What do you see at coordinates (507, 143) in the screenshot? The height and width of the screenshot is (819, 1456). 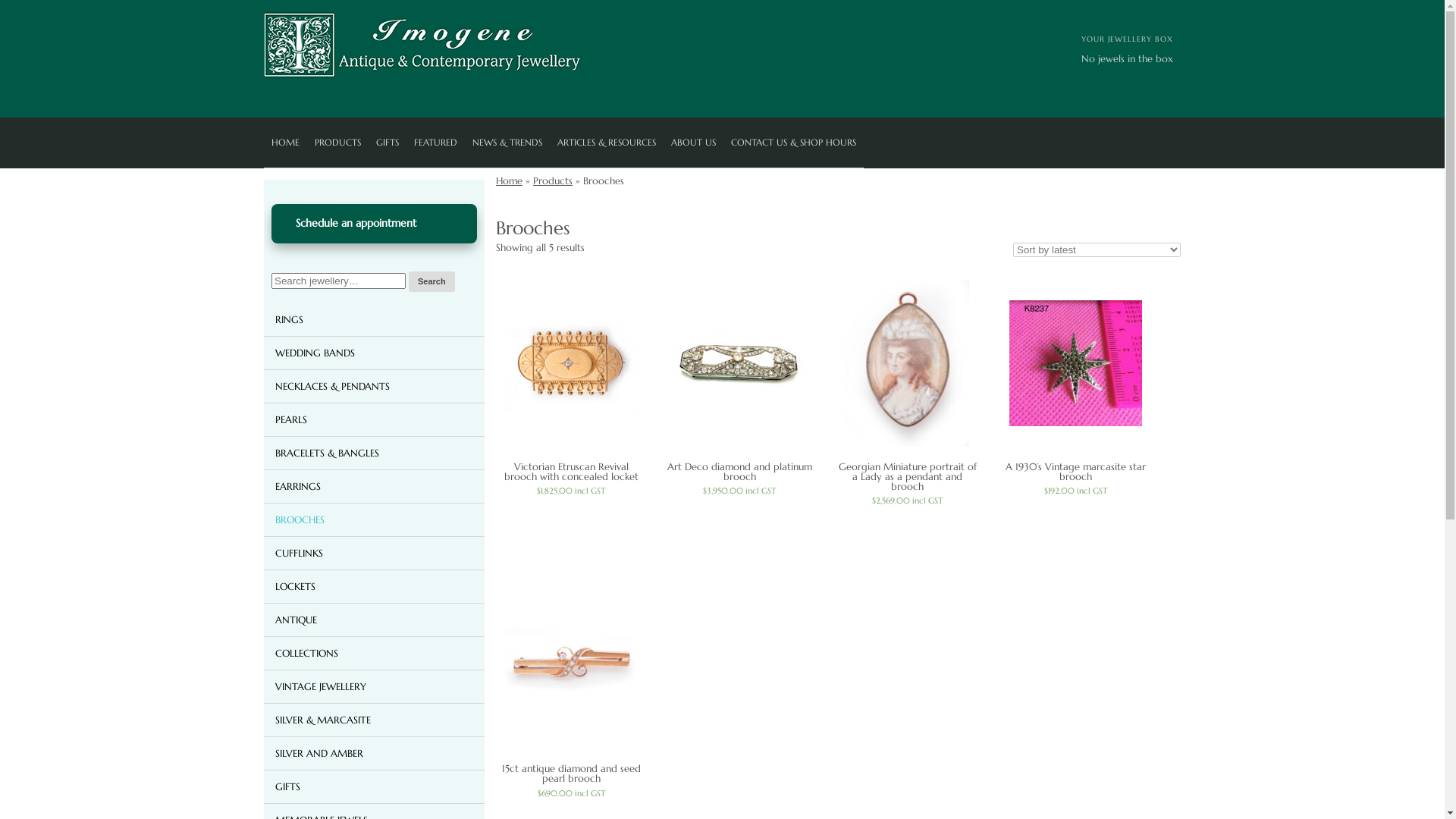 I see `'NEWS & TRENDS'` at bounding box center [507, 143].